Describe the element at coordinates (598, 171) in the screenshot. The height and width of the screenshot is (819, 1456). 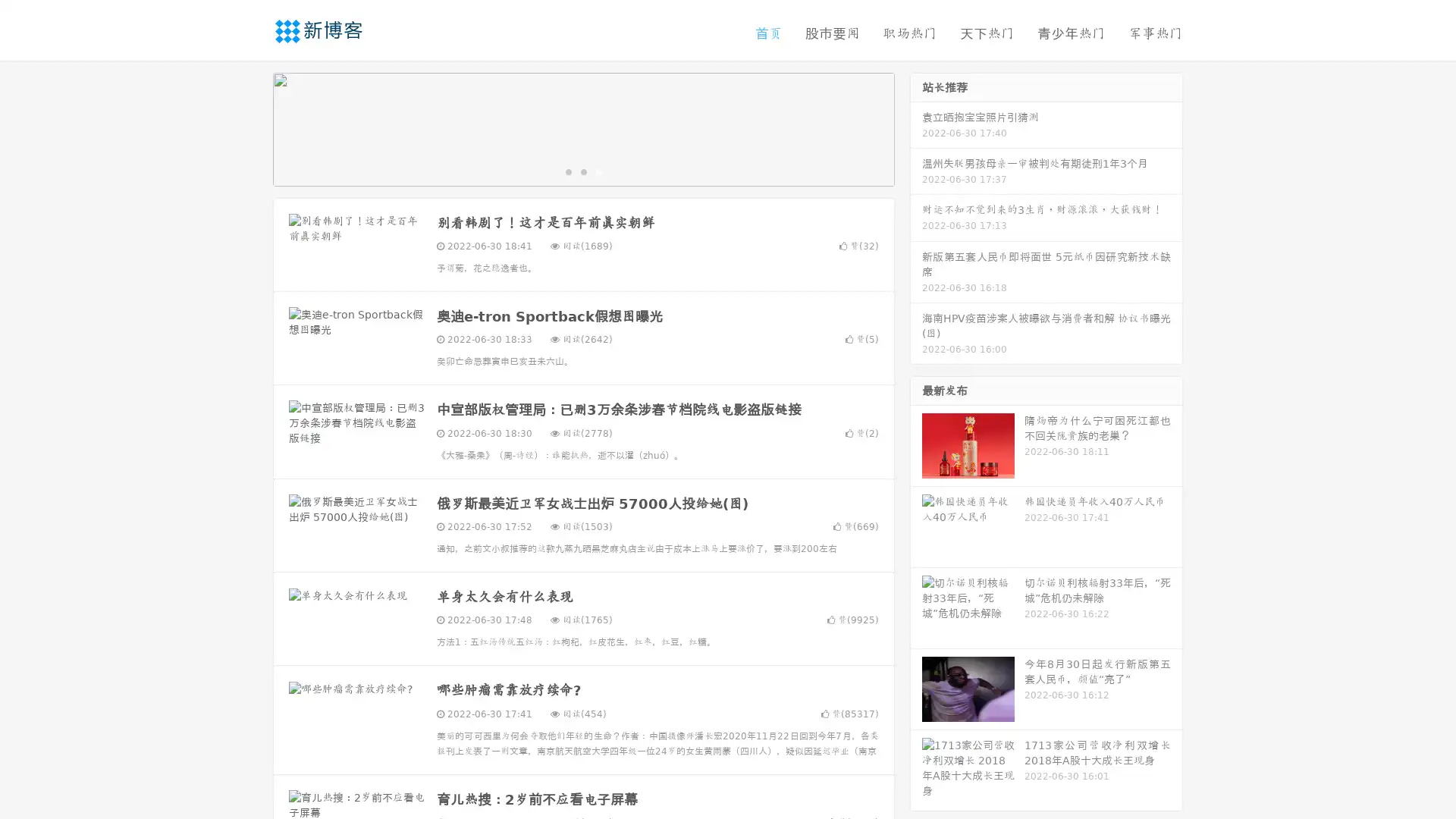
I see `Go to slide 3` at that location.